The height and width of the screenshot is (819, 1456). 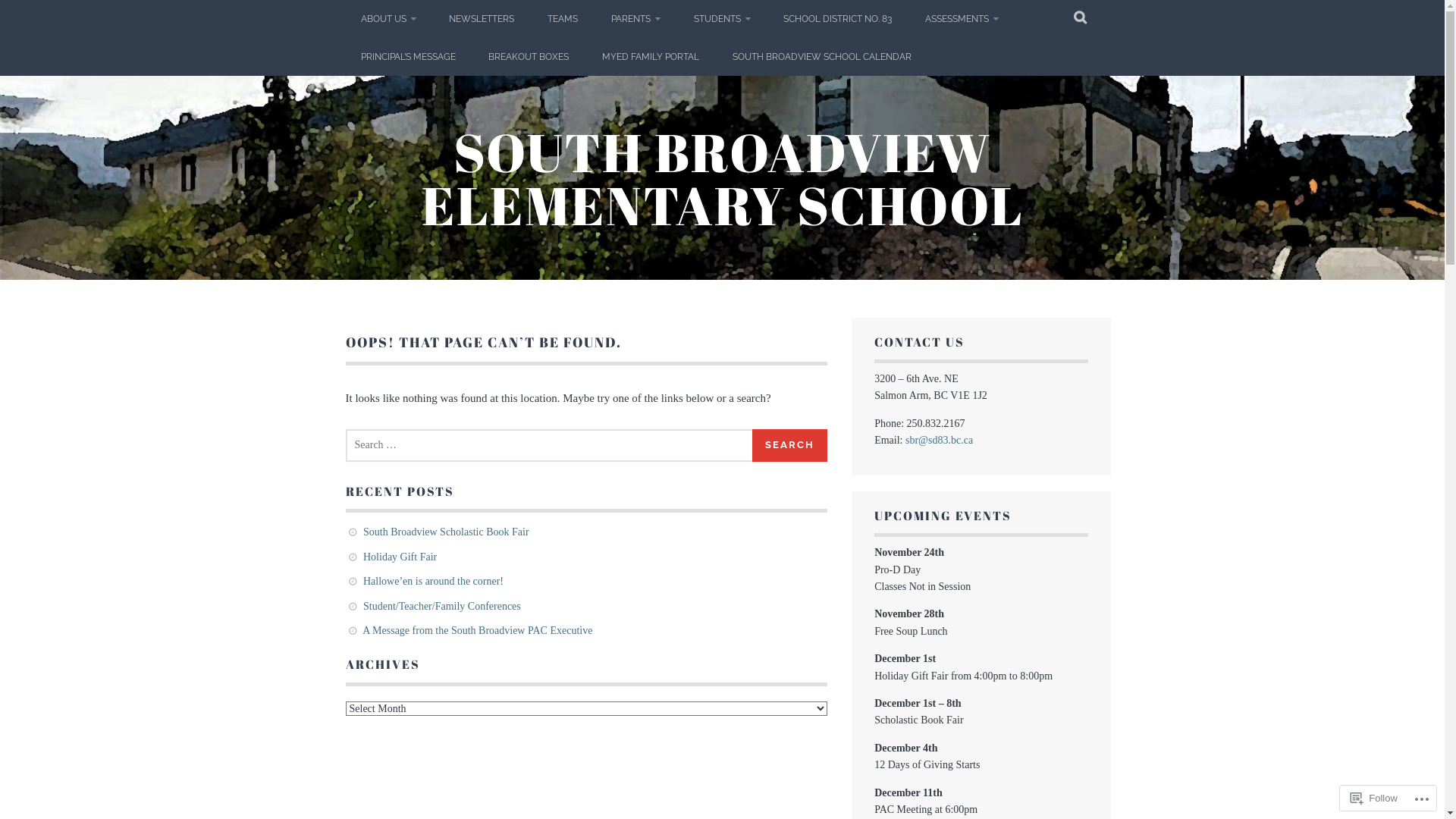 I want to click on 'ABOUT US', so click(x=388, y=18).